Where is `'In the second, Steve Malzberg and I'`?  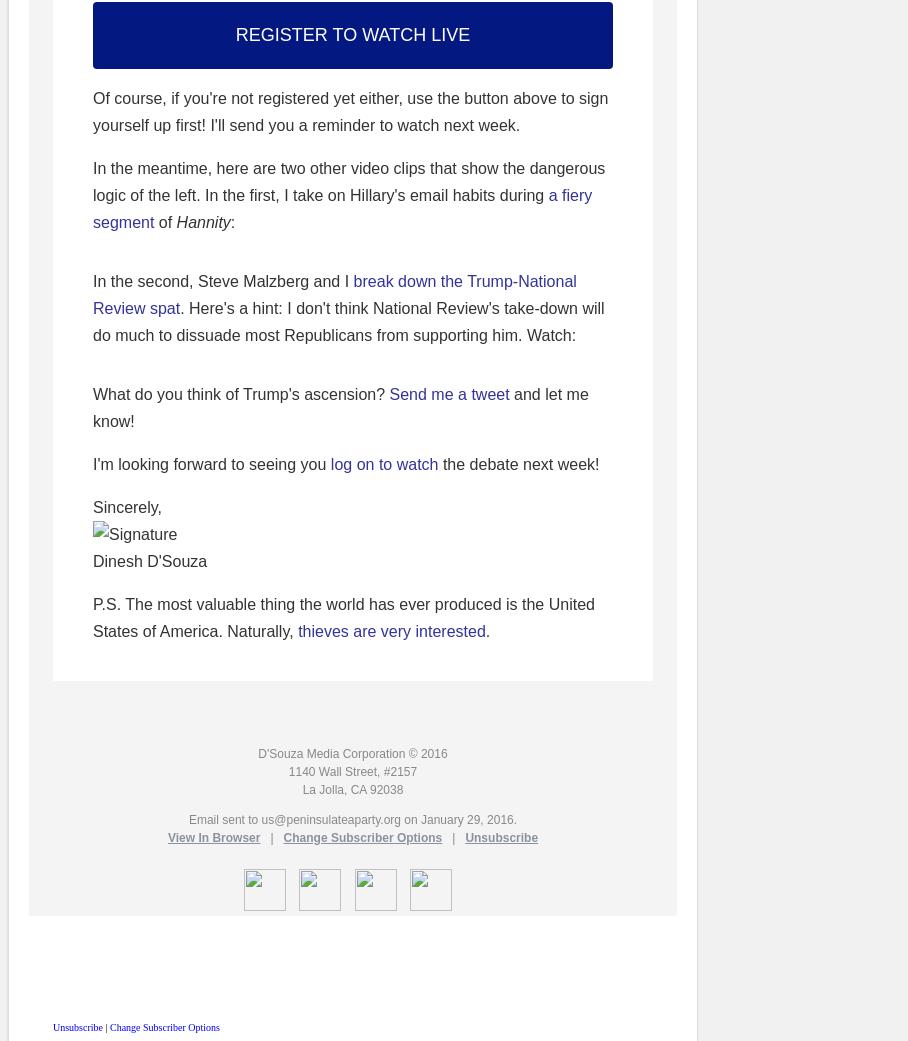 'In the second, Steve Malzberg and I' is located at coordinates (223, 280).